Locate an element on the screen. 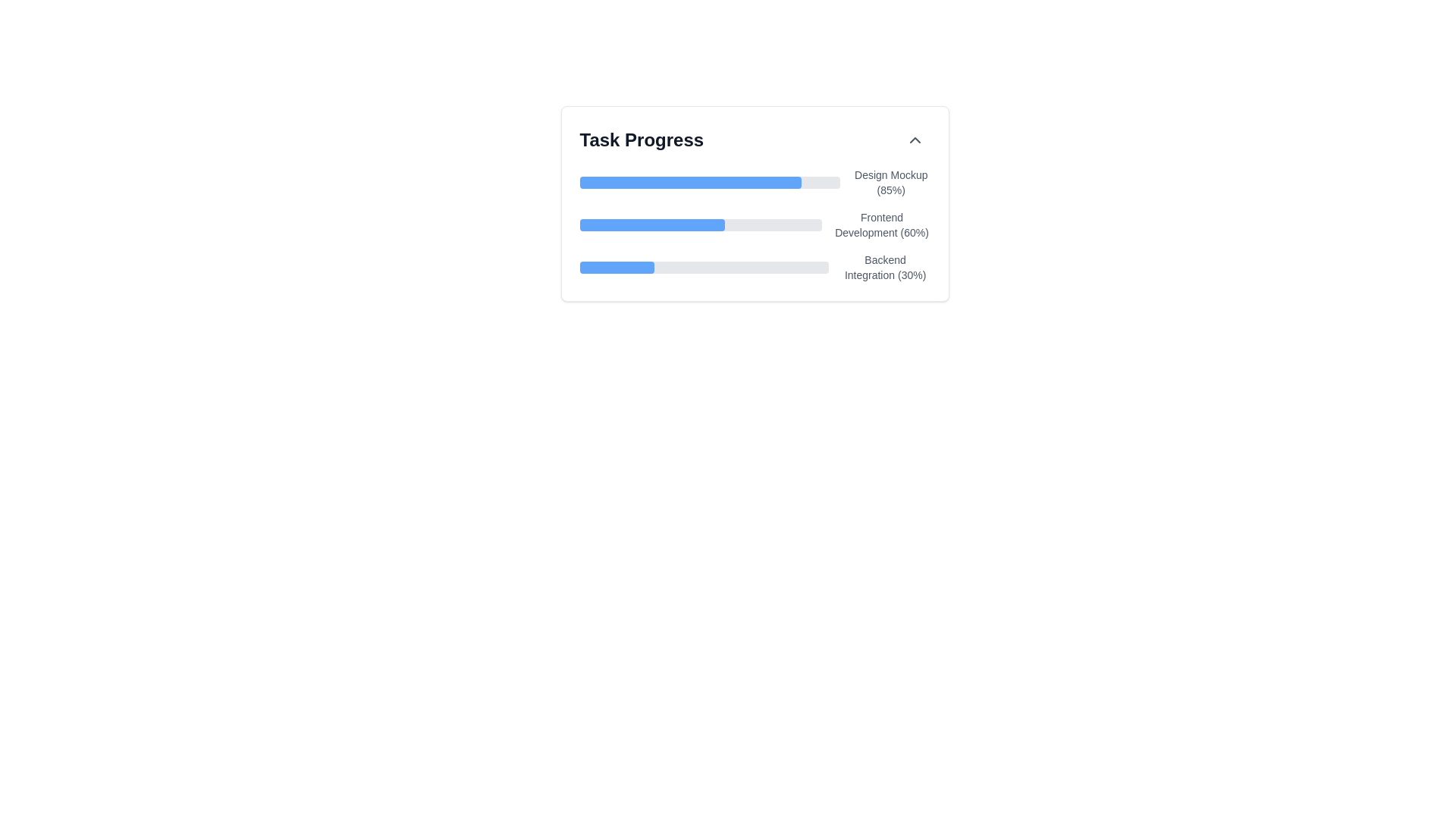 The height and width of the screenshot is (819, 1456). the grouped progress bar display located below the 'Task Progress' heading is located at coordinates (755, 225).